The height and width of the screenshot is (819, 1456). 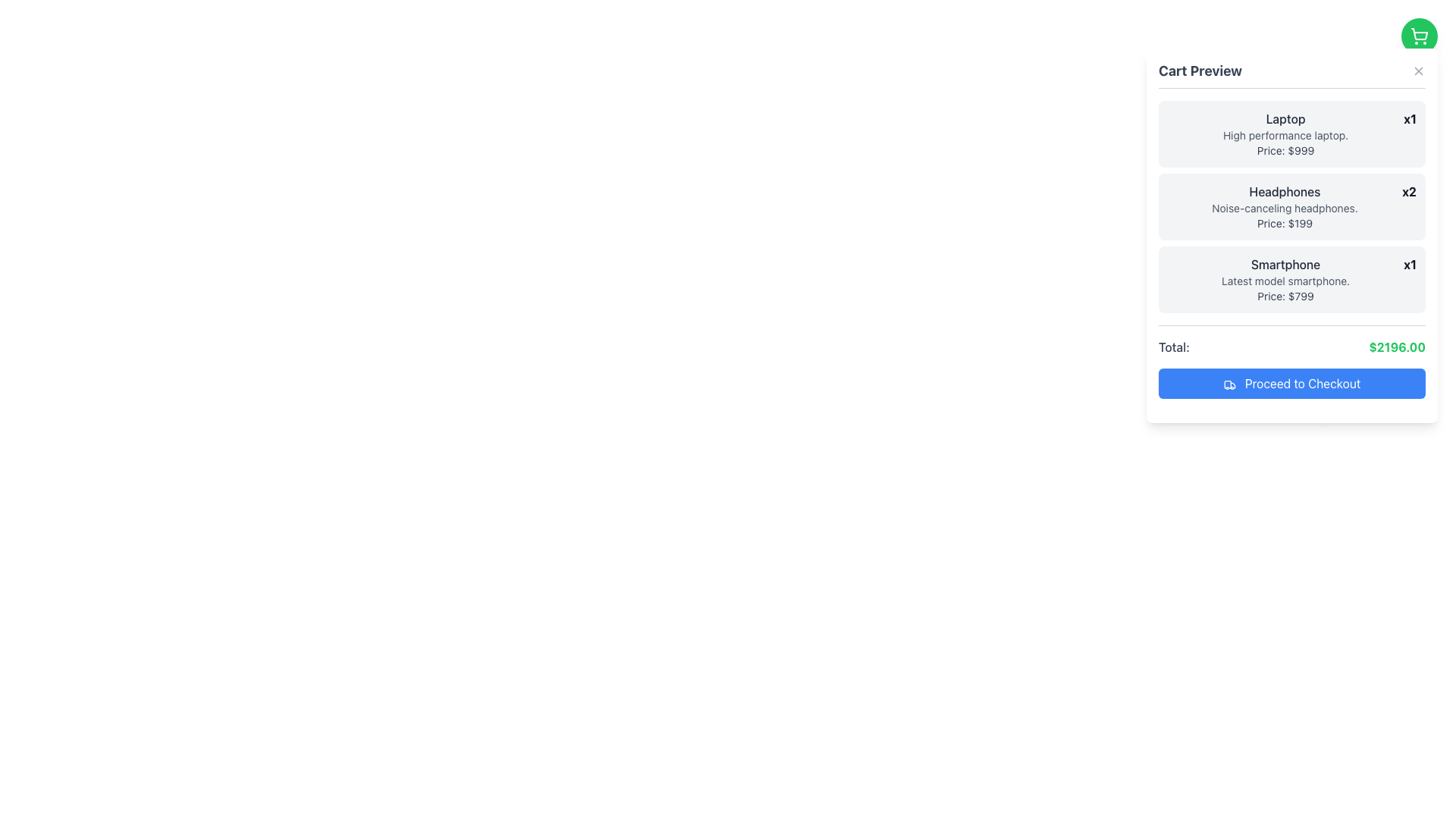 I want to click on text from the Text block containing item information that displays 'Smartphone', 'Latest model smartphone.', and 'Price: $799', so click(x=1285, y=280).